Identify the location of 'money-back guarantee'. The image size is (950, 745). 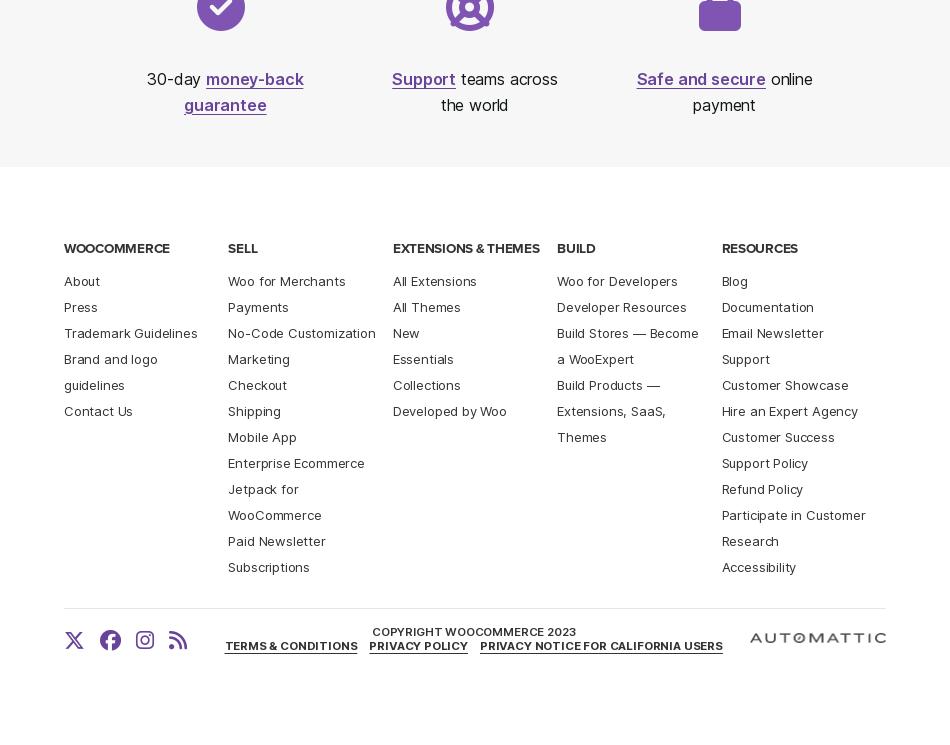
(242, 91).